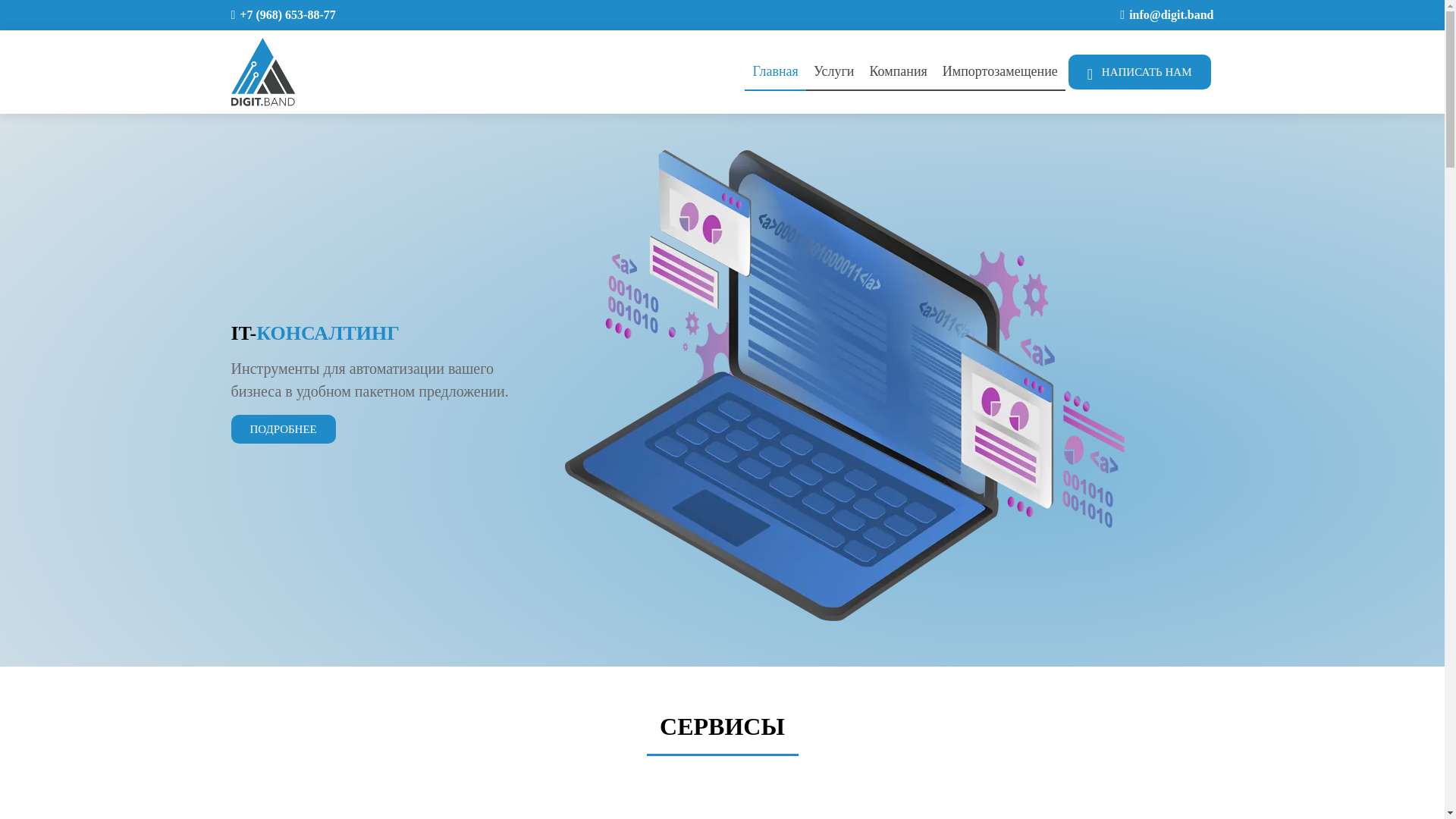 Image resolution: width=1456 pixels, height=819 pixels. What do you see at coordinates (1170, 14) in the screenshot?
I see `'info@digit.band'` at bounding box center [1170, 14].